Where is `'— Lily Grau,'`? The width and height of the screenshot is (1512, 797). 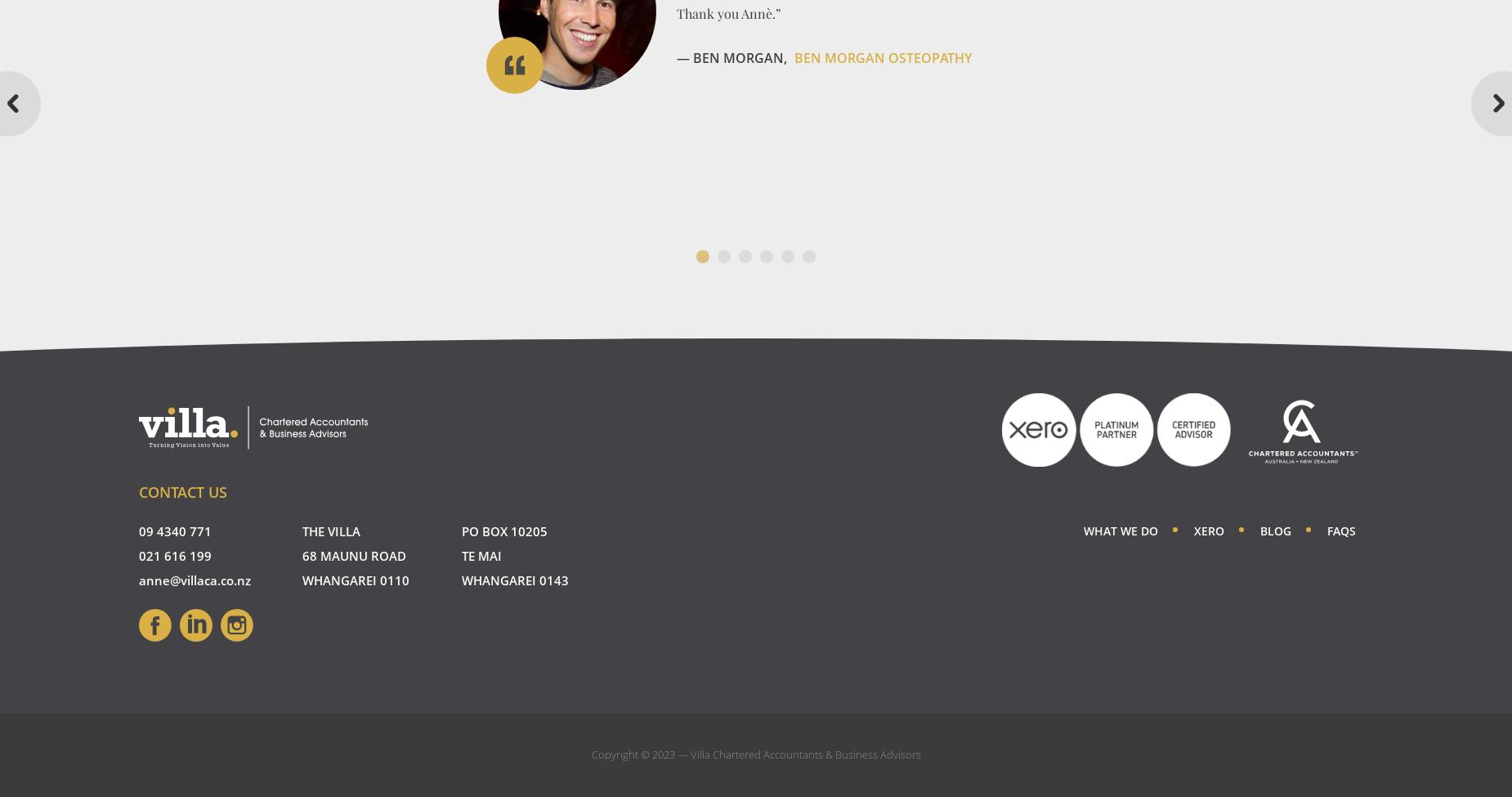 '— Lily Grau,' is located at coordinates (677, 151).